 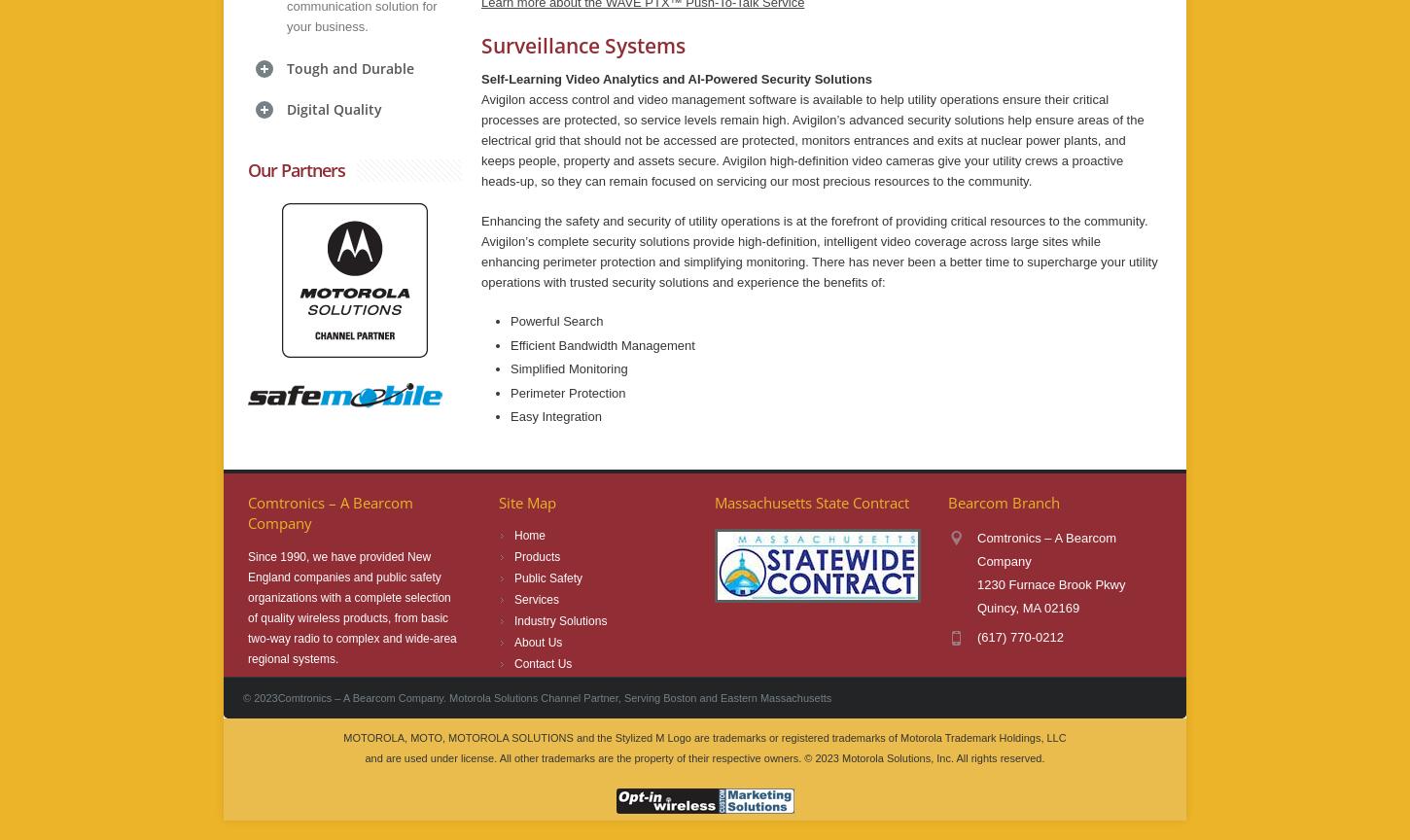 What do you see at coordinates (928, 755) in the screenshot?
I see `'2023 
        Motorola Solutions, Inc. All rights reserved.'` at bounding box center [928, 755].